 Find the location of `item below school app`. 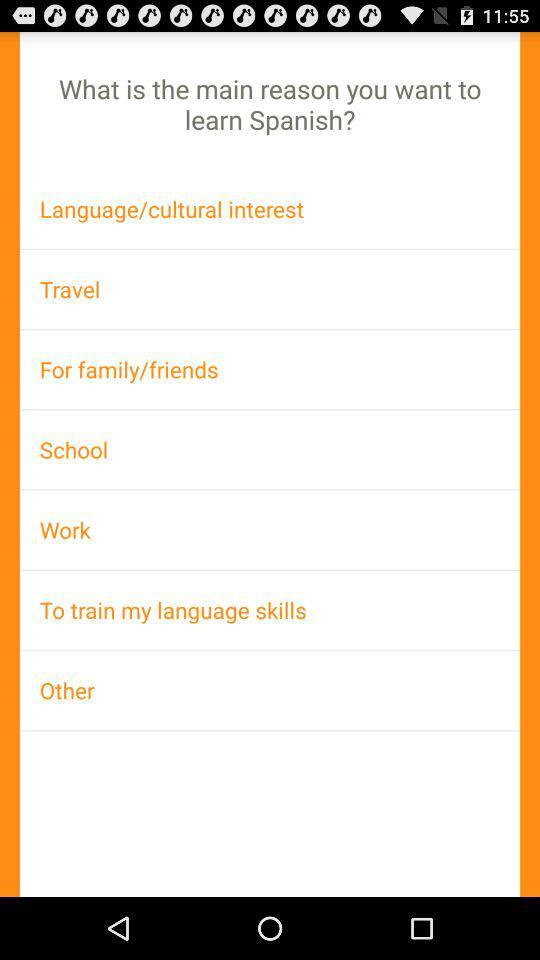

item below school app is located at coordinates (270, 528).